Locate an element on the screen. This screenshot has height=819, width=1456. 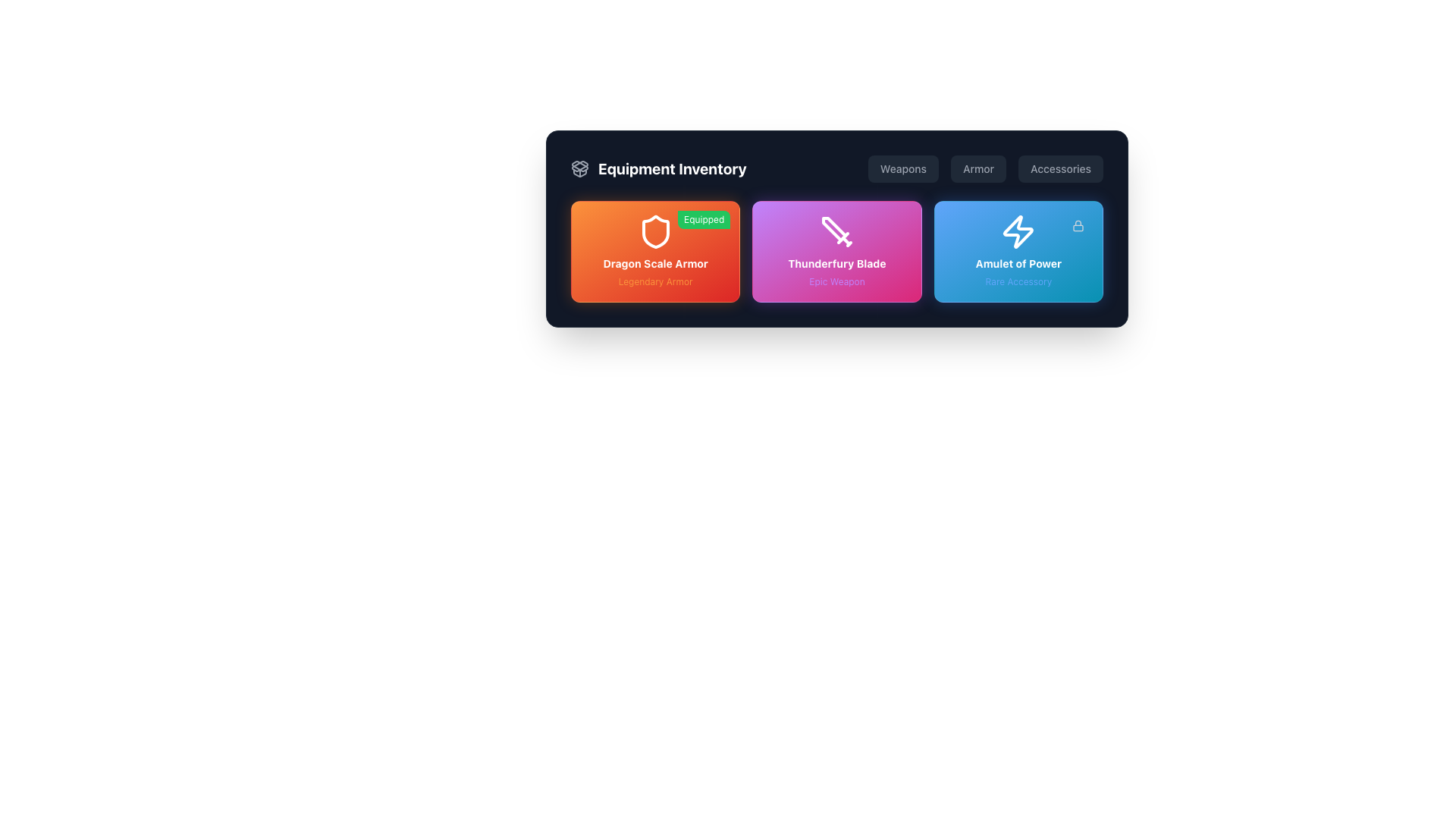
the Card element representing the 'Thunderfury Blade' in the inventory is located at coordinates (836, 250).